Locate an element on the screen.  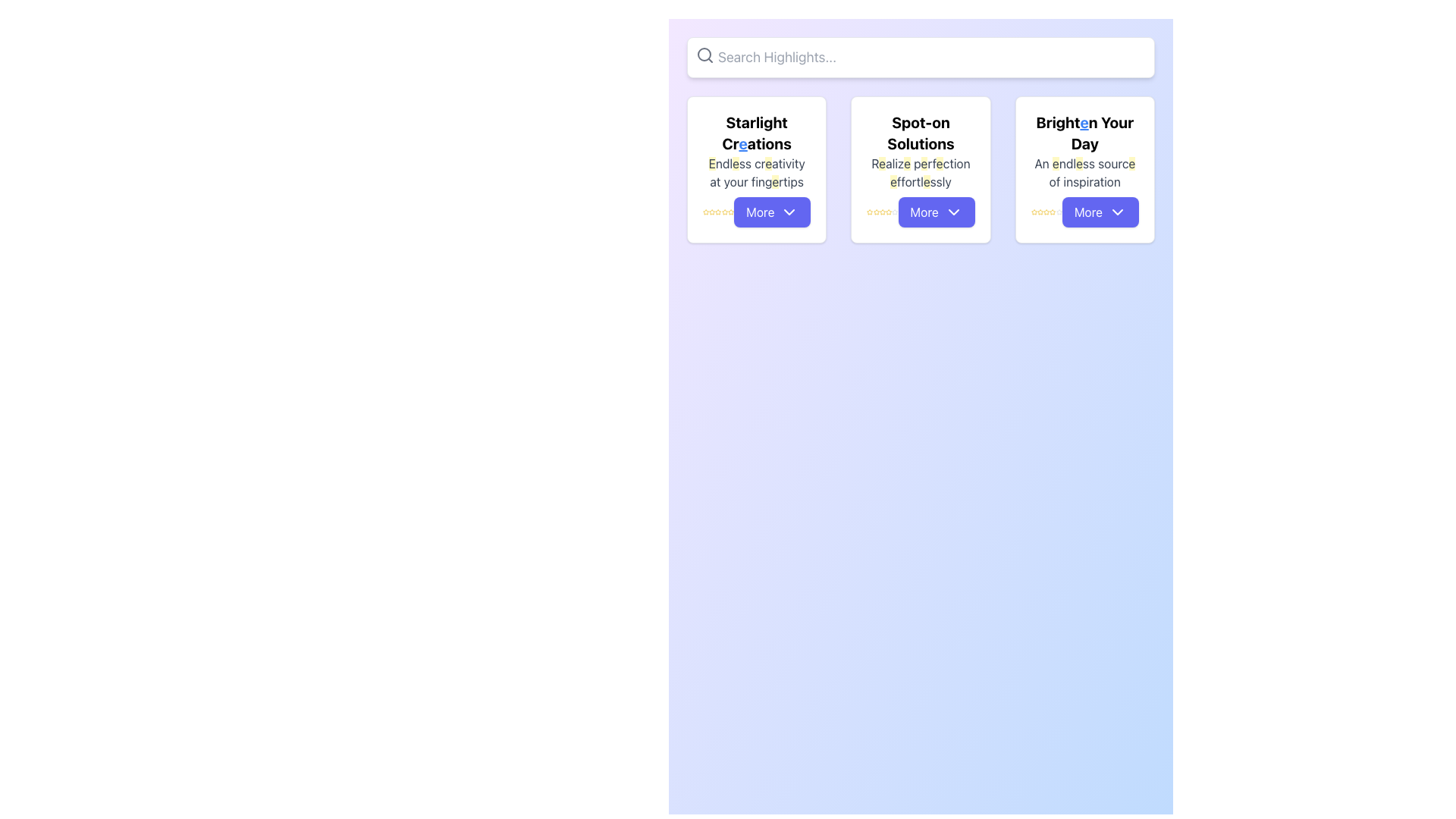
the subtitle text below 'Spot-on Solutions' and above the 'More' button in the second card from the left is located at coordinates (920, 171).